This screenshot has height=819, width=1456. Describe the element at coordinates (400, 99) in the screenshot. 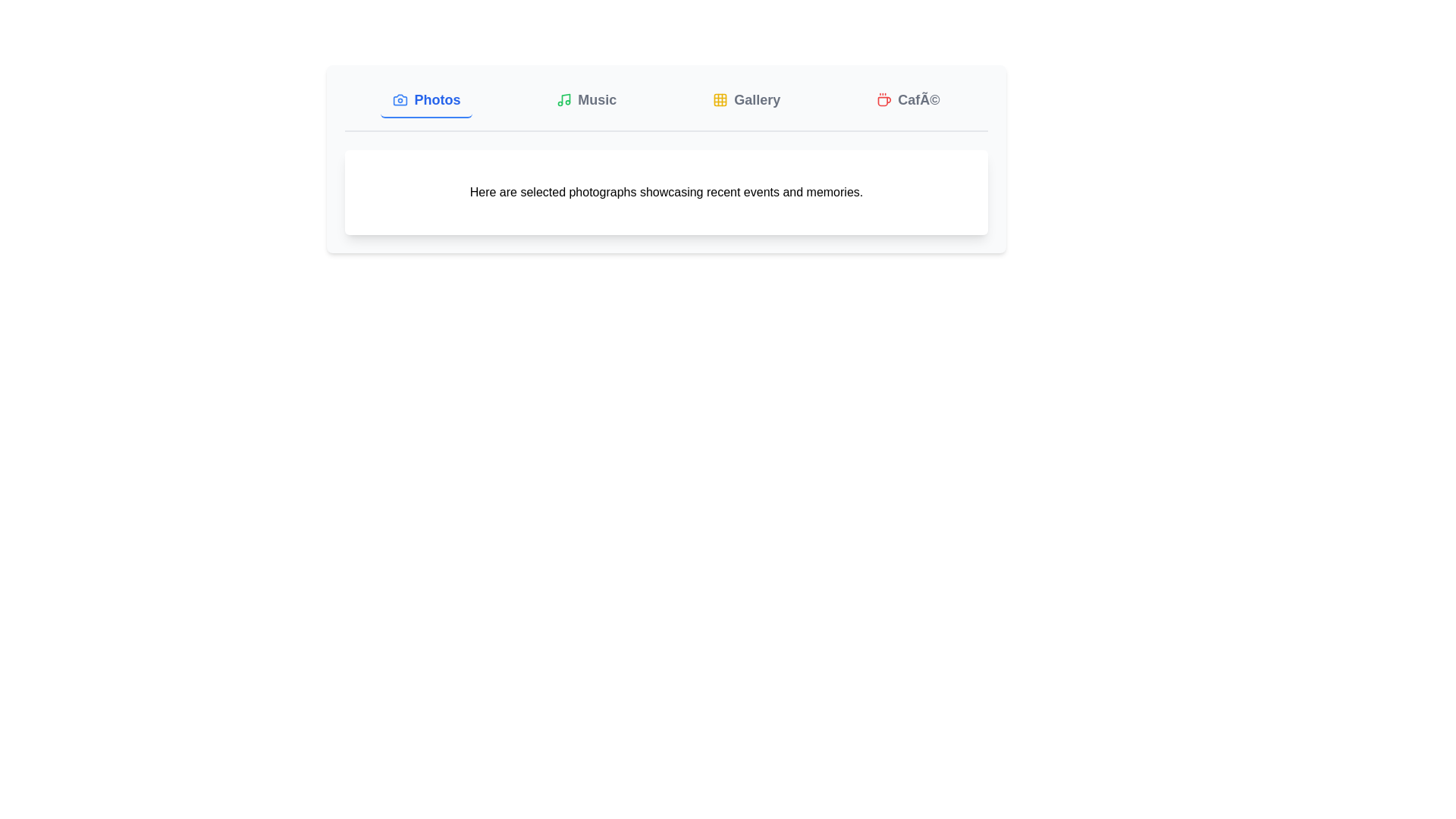

I see `the camera icon` at that location.